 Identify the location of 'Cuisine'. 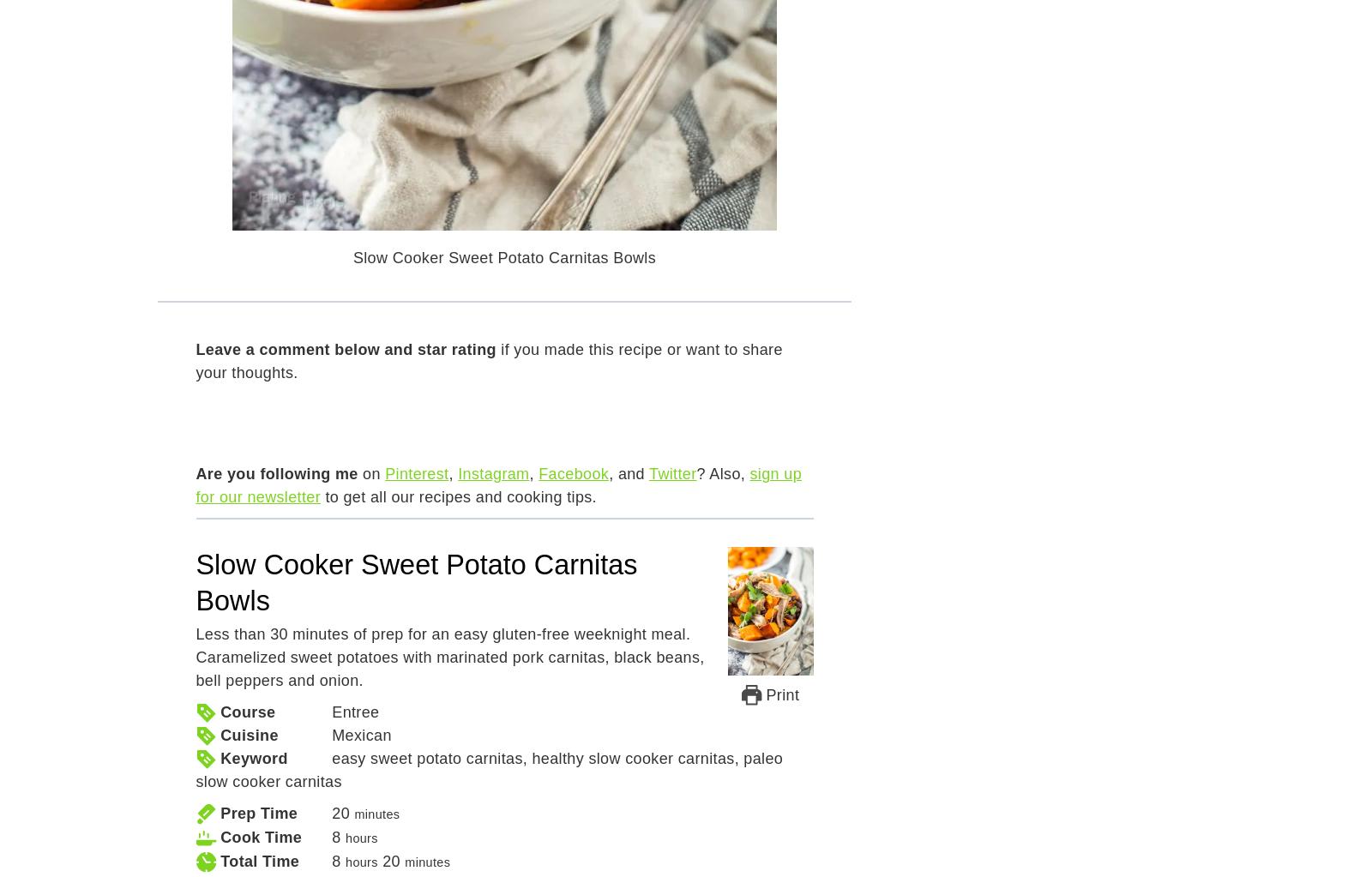
(249, 734).